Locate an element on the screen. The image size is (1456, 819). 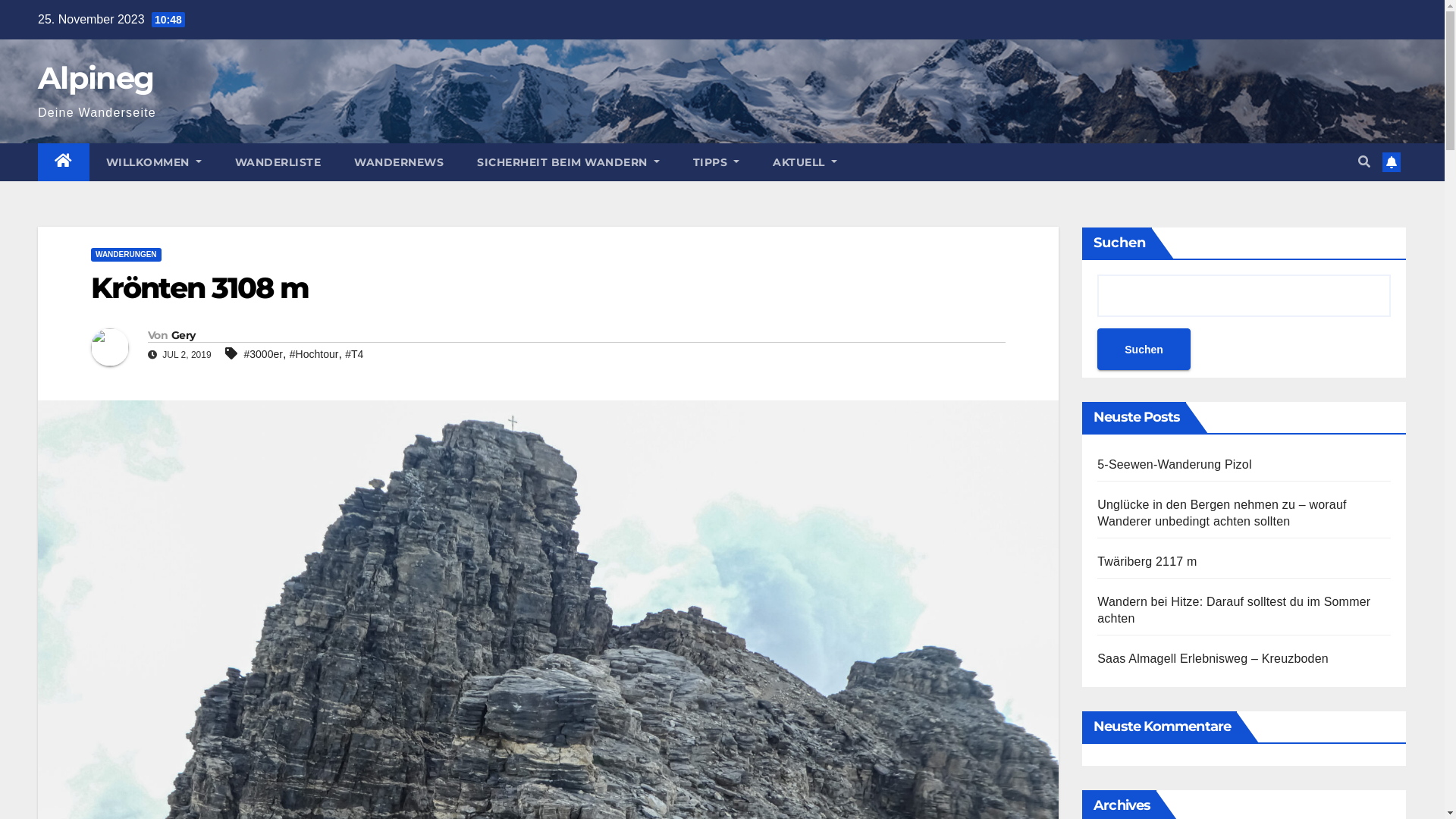
'#3000er' is located at coordinates (263, 353).